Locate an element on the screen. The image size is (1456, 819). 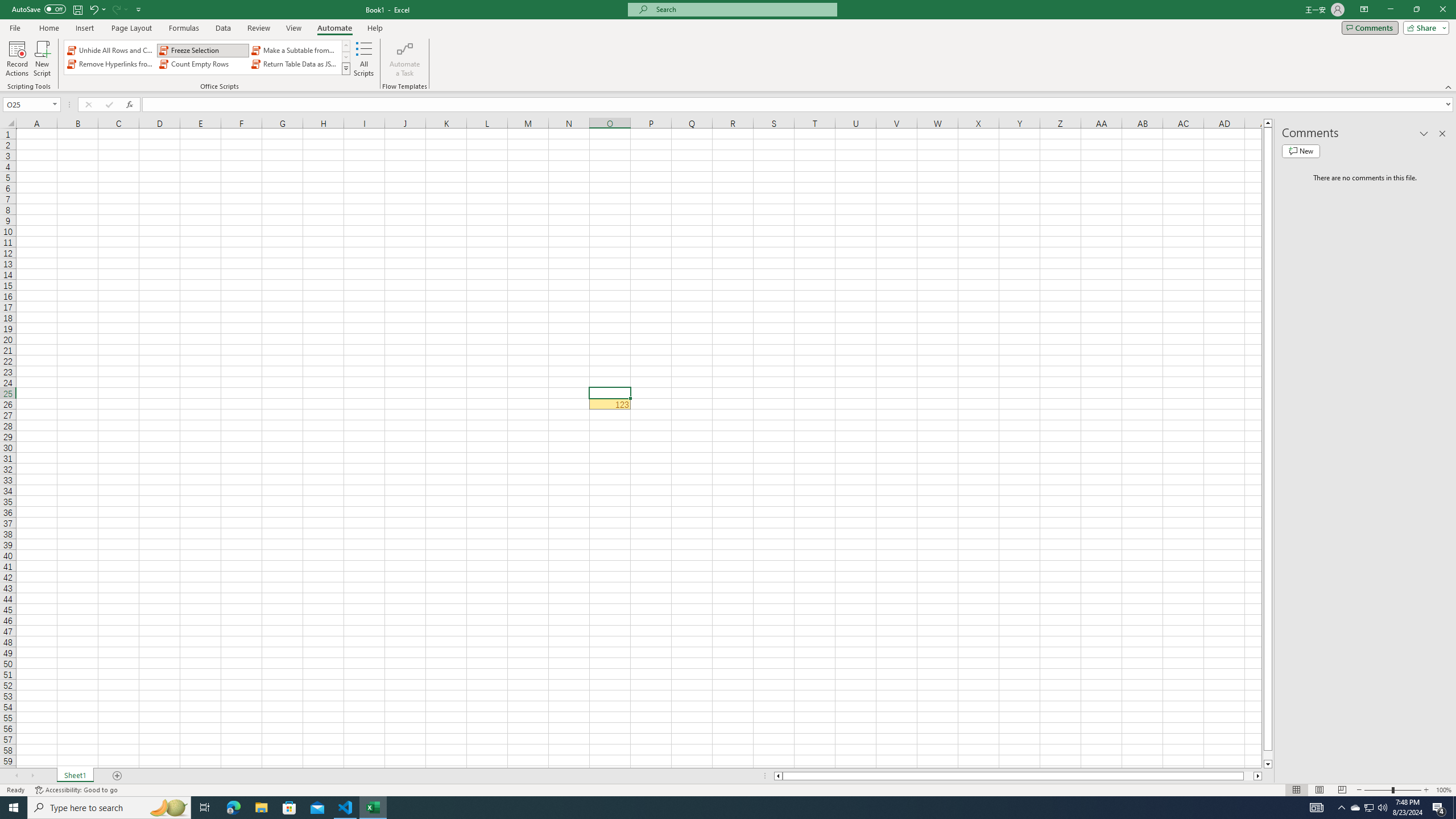
'Review' is located at coordinates (258, 28).